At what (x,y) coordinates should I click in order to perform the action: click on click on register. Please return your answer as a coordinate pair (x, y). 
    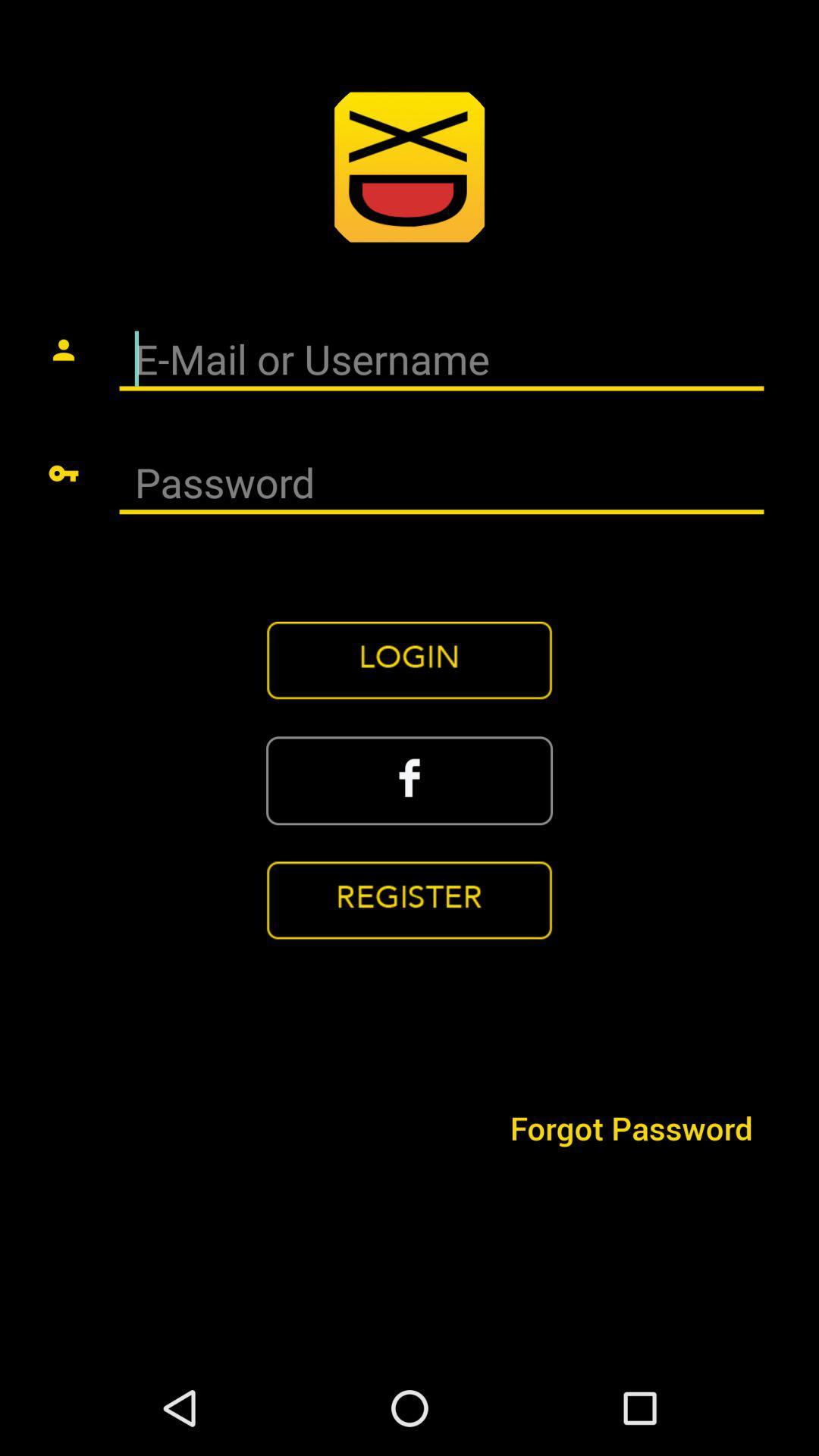
    Looking at the image, I should click on (409, 901).